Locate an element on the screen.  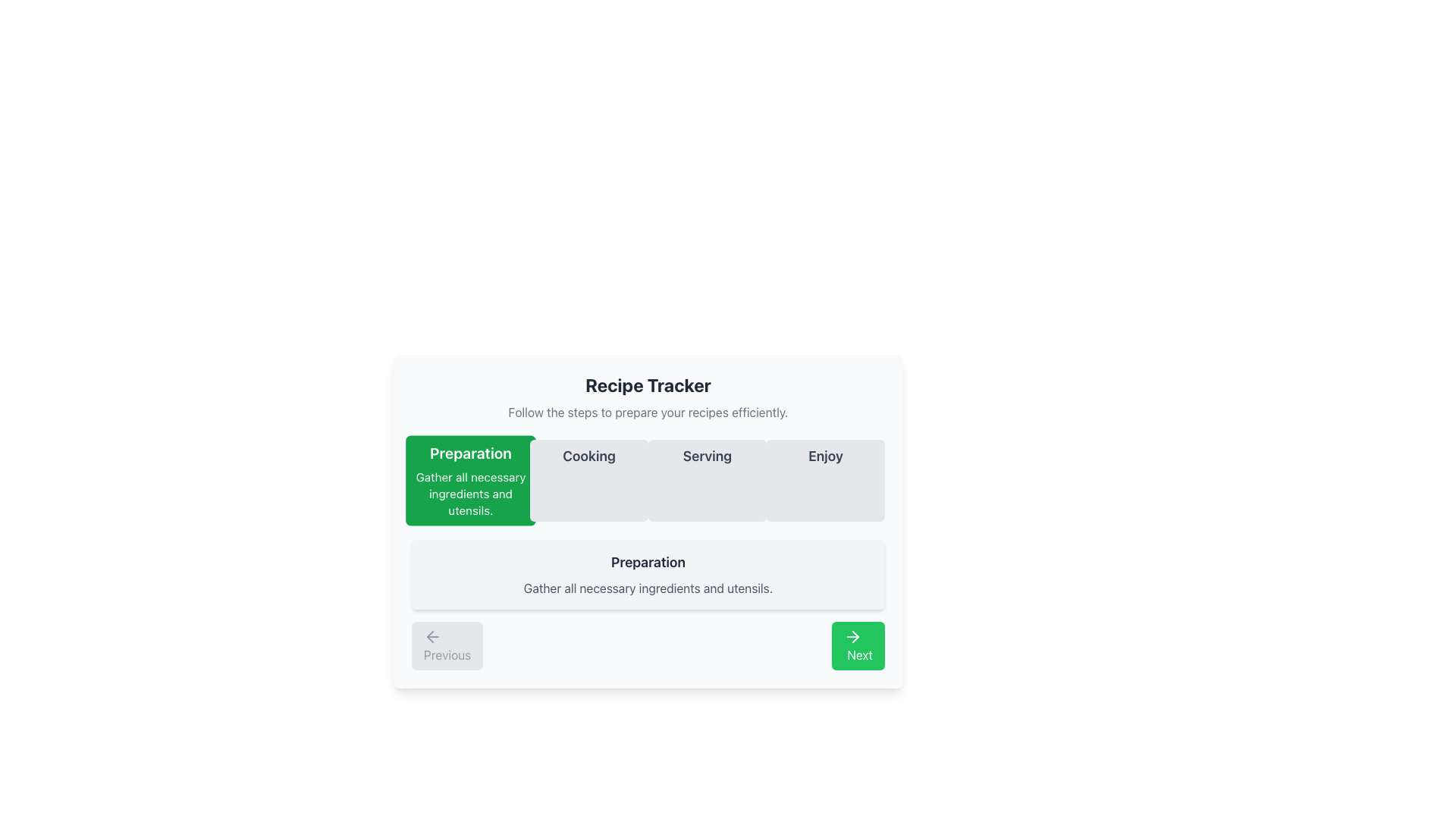
text 'Next' on the green button located at the bottom-right corner of the interface, which indicates that pressing it will proceed to the next step or page is located at coordinates (860, 654).